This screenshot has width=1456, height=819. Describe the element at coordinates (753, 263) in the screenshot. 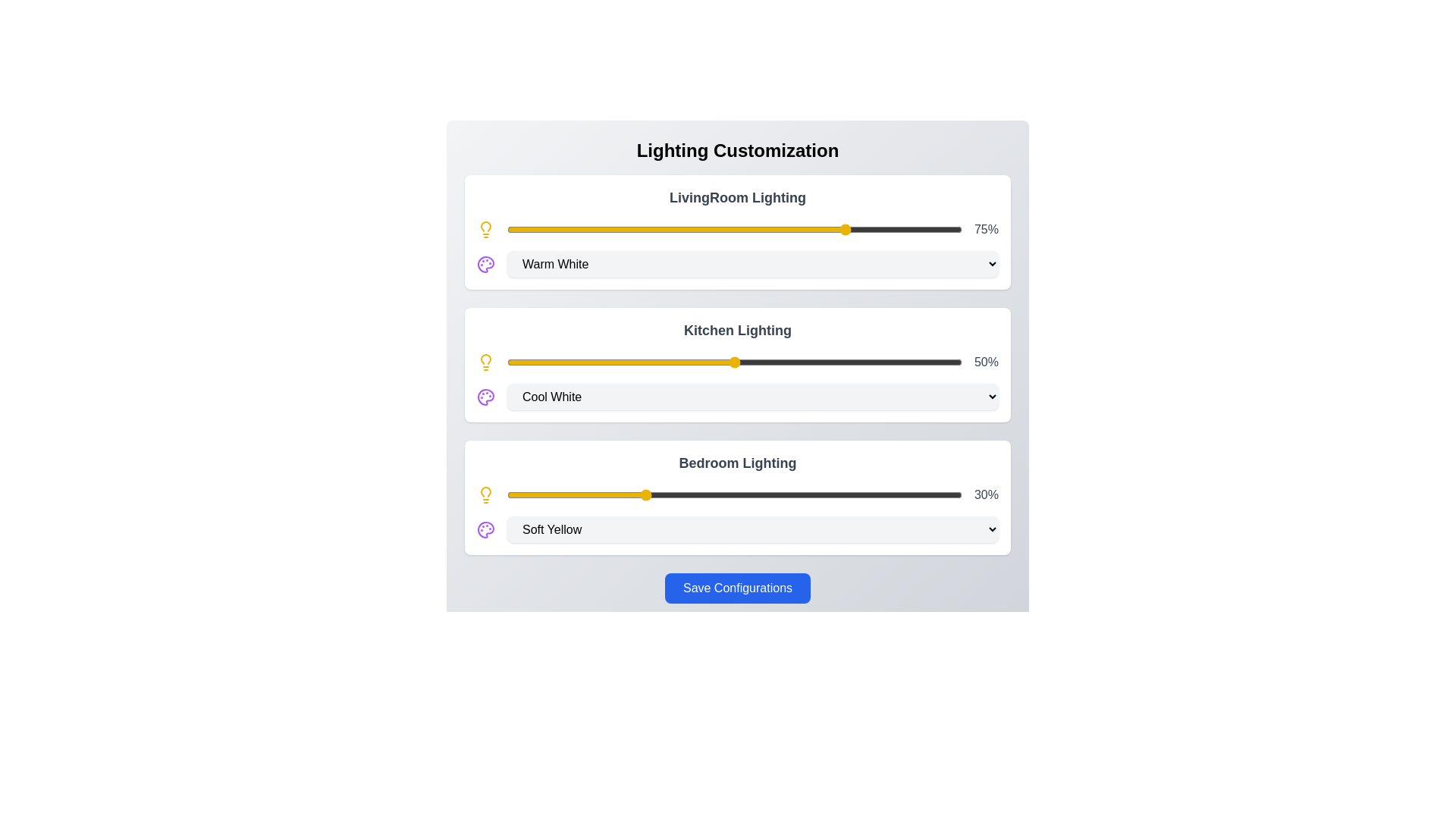

I see `the color Warm White from the dropdown menu of the livingRoom lighting` at that location.